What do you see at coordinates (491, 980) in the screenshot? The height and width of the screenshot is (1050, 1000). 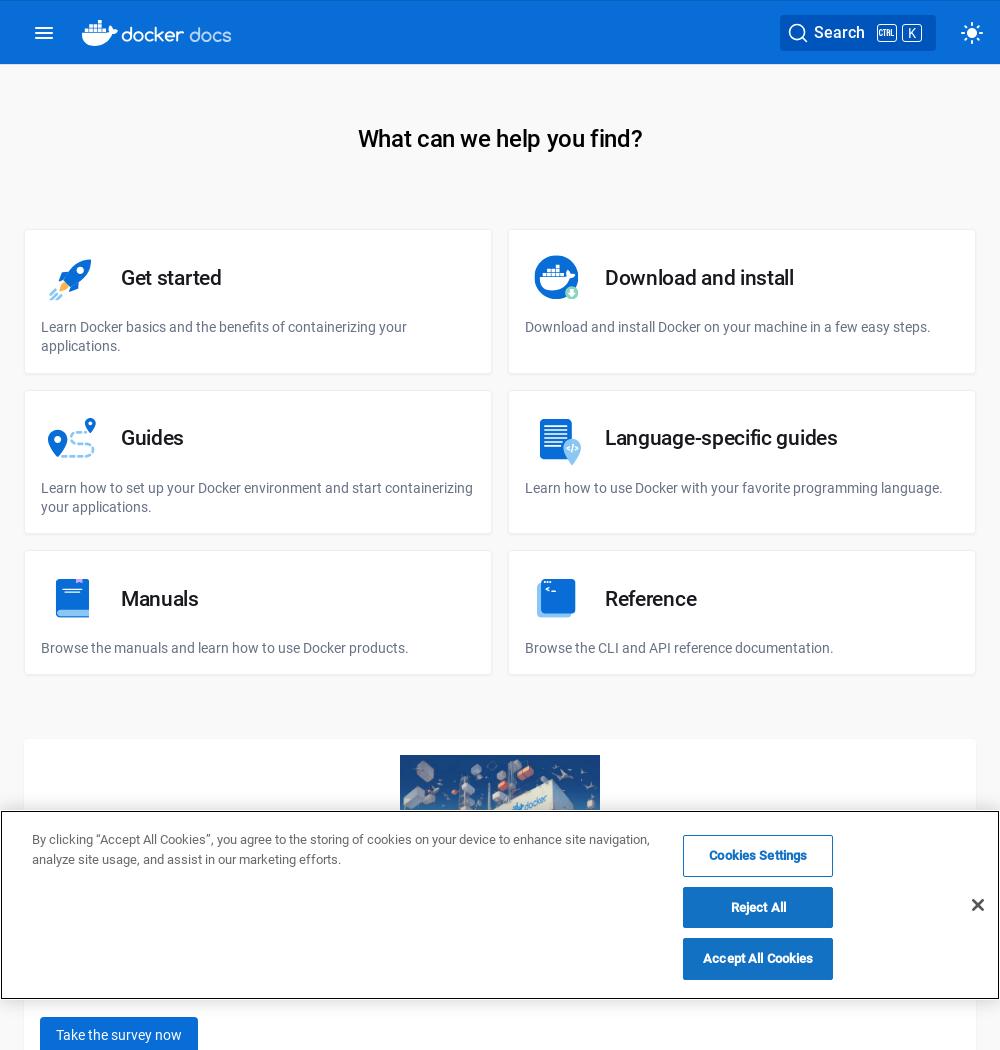 I see `'Help us shape the future of application development by taking our State of Application Development survey by 20th November 2023 and enter for a chance to win a new laptop, a video game console, a Docker swag set, or other cool prizes!'` at bounding box center [491, 980].